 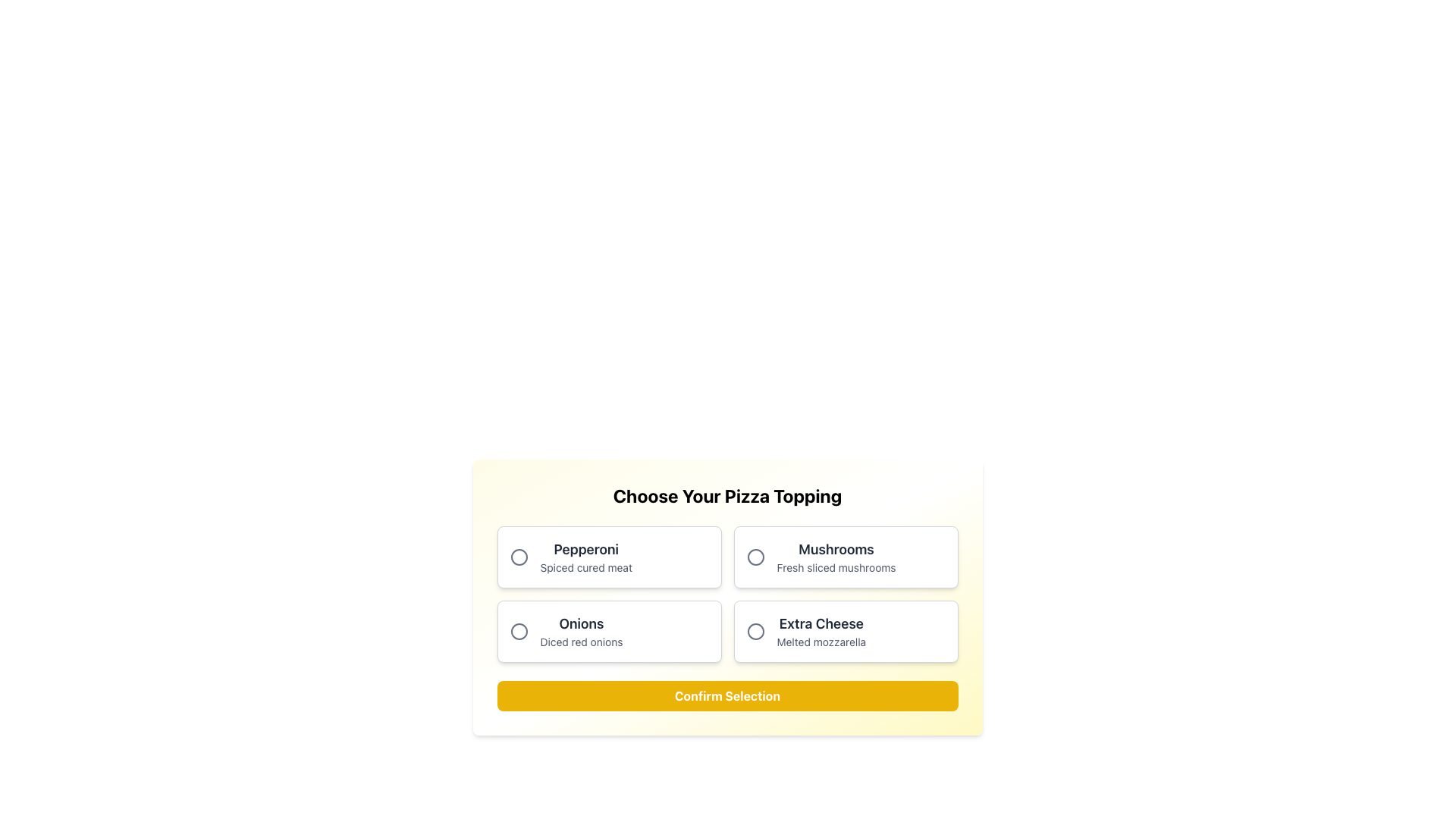 I want to click on the circular icon with a thin gray border located in the 'Mushrooms' pizza topping option card, which is the second option in the top row of the selection grid, so click(x=755, y=557).